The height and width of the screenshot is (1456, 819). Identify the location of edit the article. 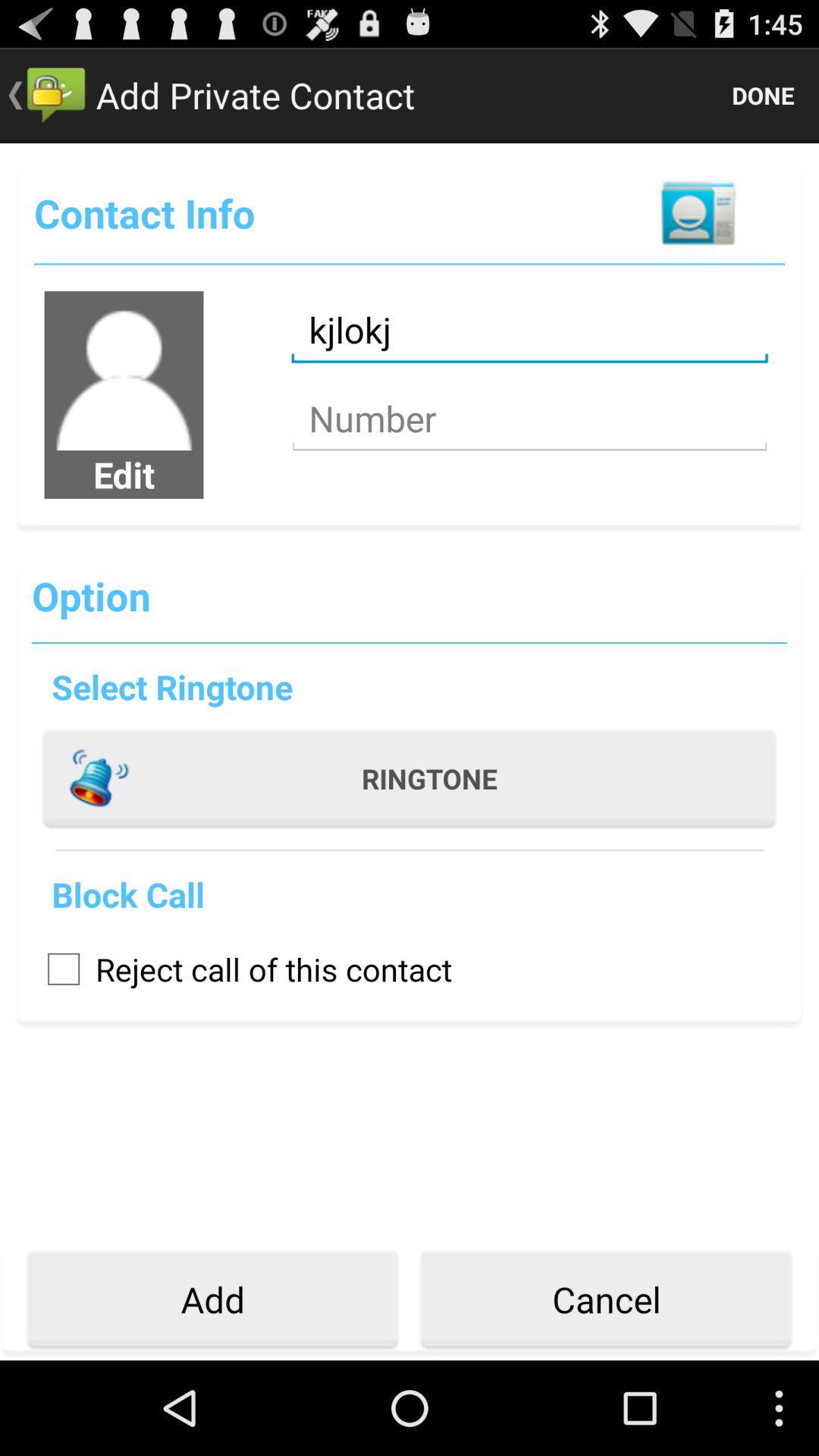
(123, 371).